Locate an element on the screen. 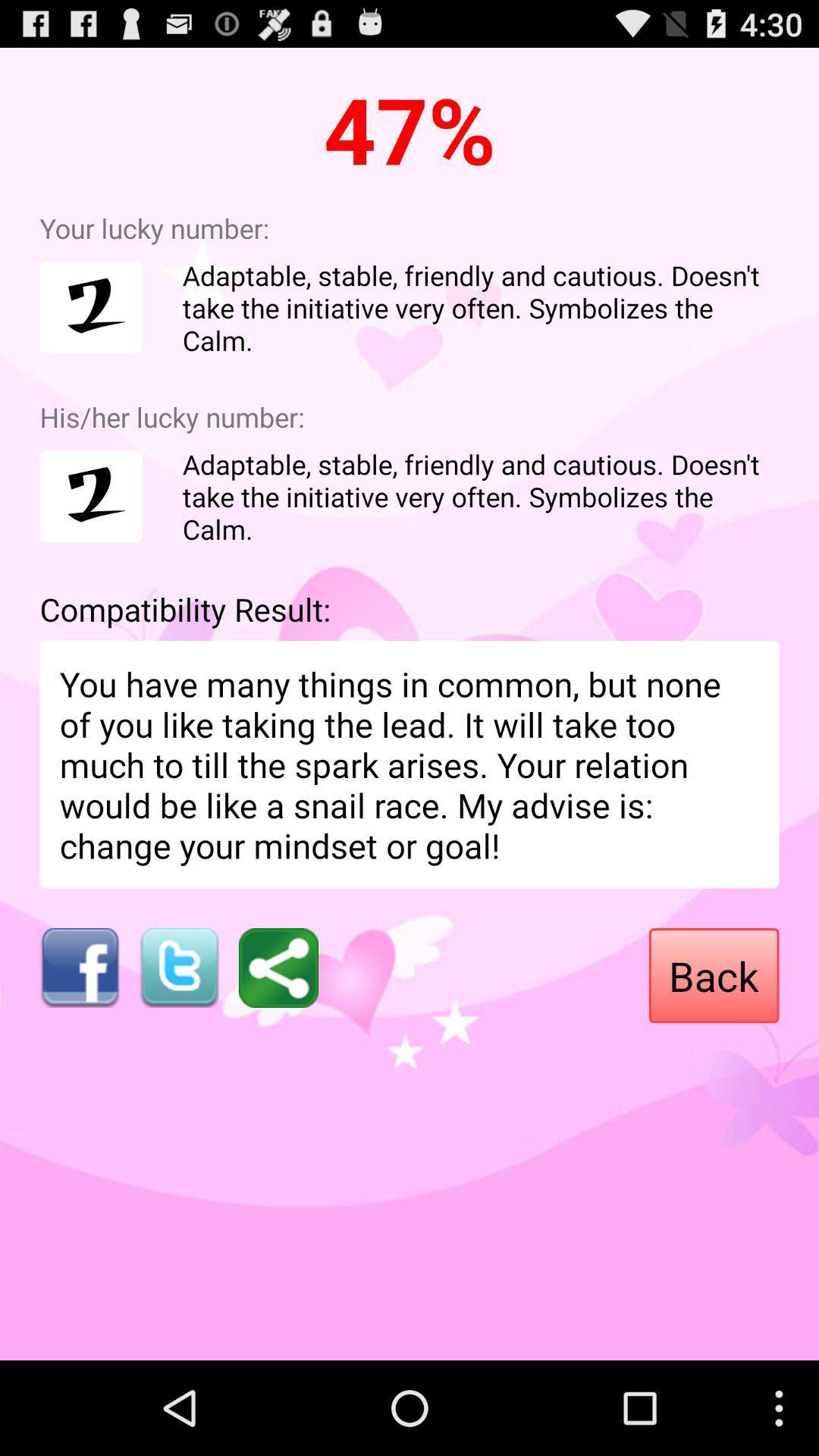  the item below the you have many item is located at coordinates (278, 967).